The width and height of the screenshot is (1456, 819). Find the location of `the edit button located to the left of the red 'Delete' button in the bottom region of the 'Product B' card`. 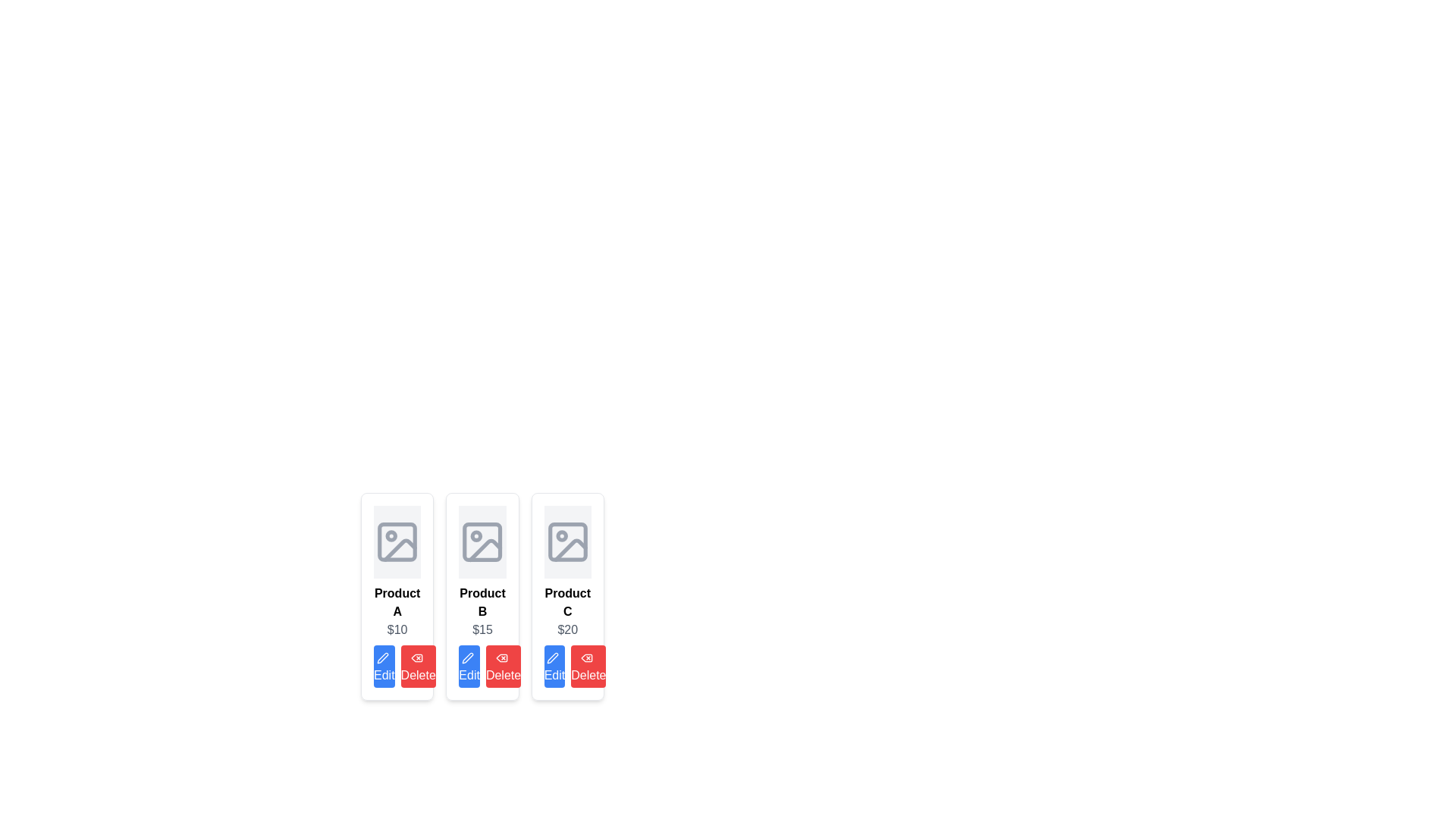

the edit button located to the left of the red 'Delete' button in the bottom region of the 'Product B' card is located at coordinates (467, 657).